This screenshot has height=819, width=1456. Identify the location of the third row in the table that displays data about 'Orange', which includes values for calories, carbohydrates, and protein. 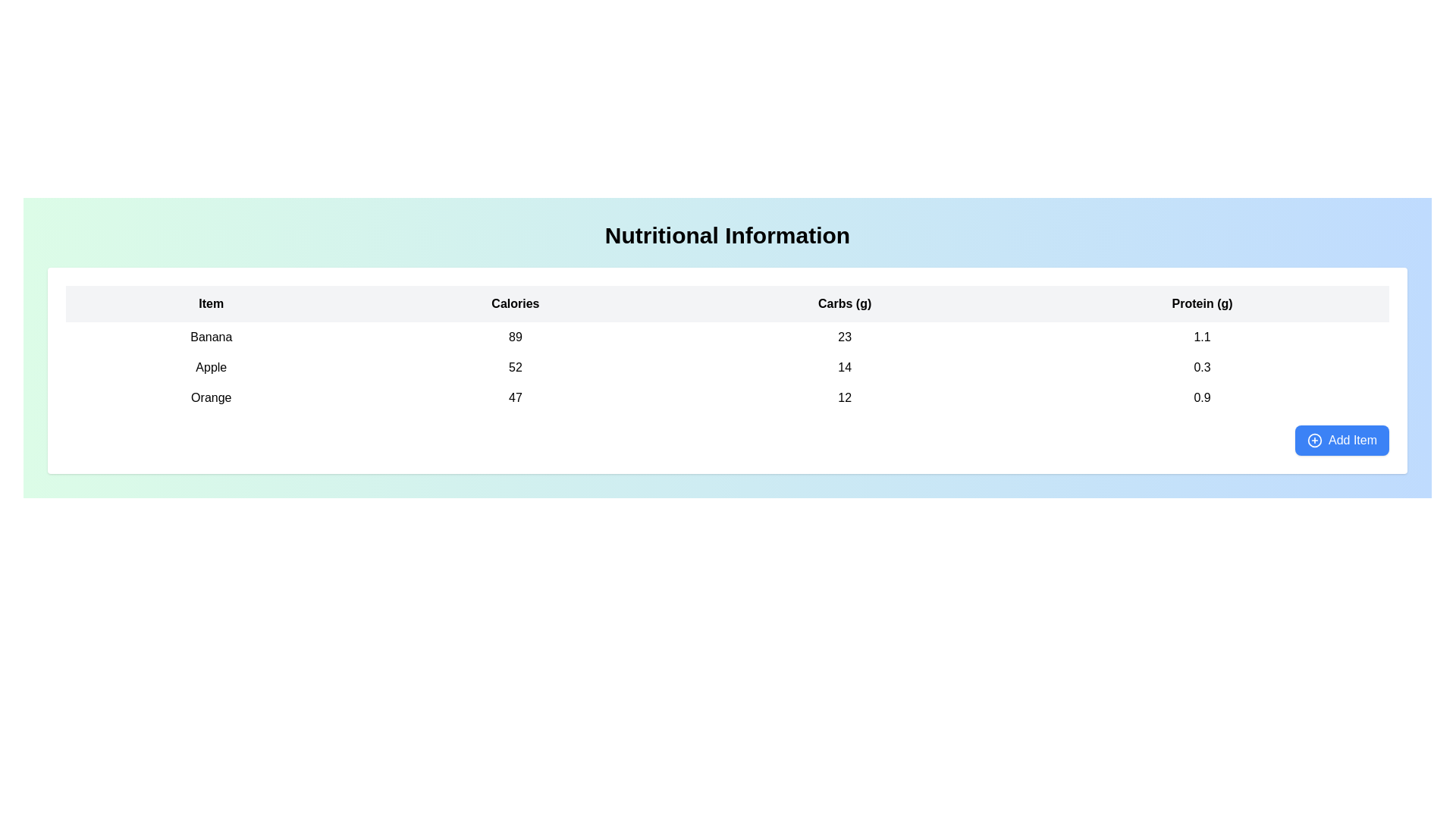
(726, 397).